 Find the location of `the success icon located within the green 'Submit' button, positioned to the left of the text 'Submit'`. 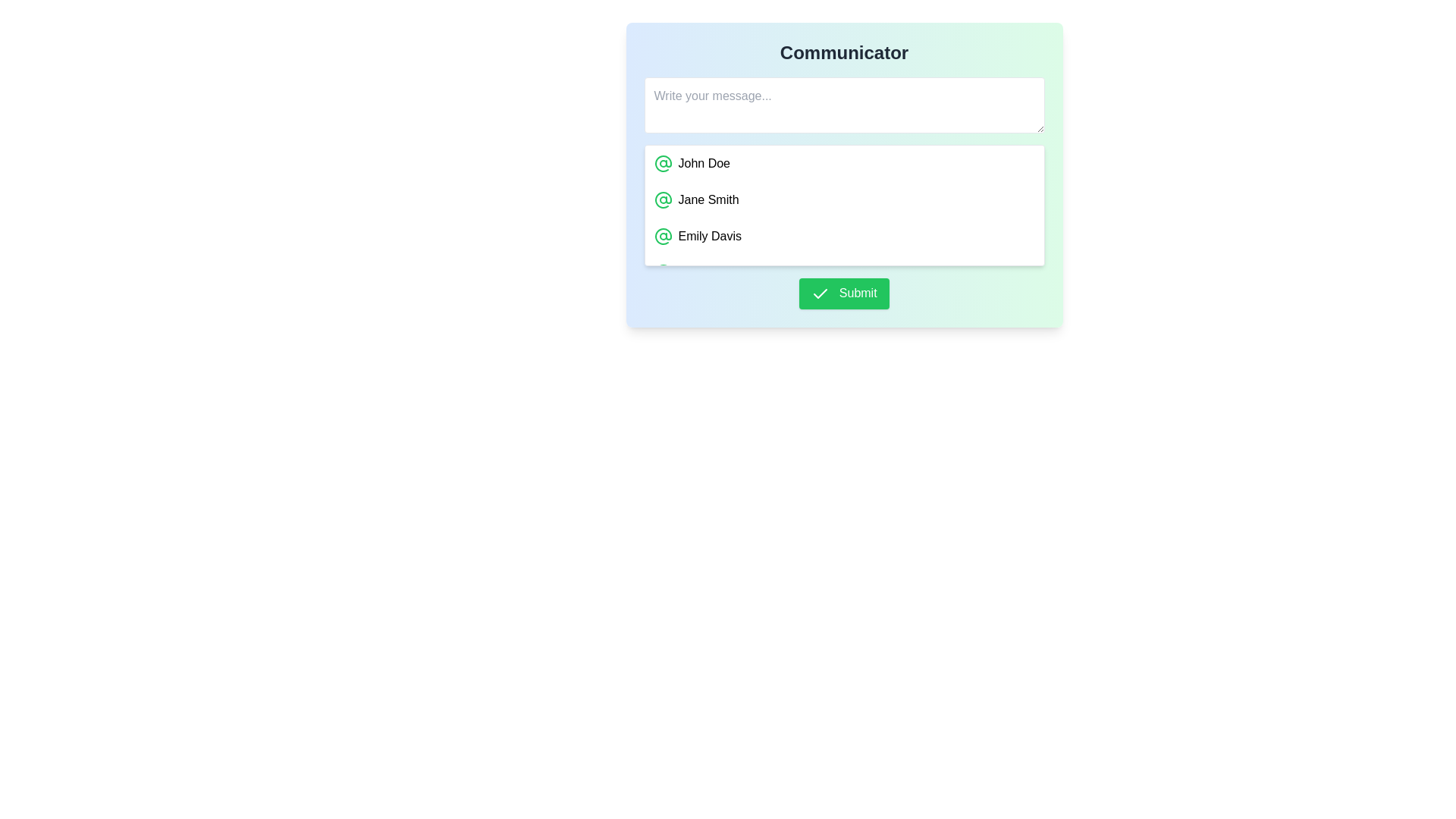

the success icon located within the green 'Submit' button, positioned to the left of the text 'Submit' is located at coordinates (820, 293).